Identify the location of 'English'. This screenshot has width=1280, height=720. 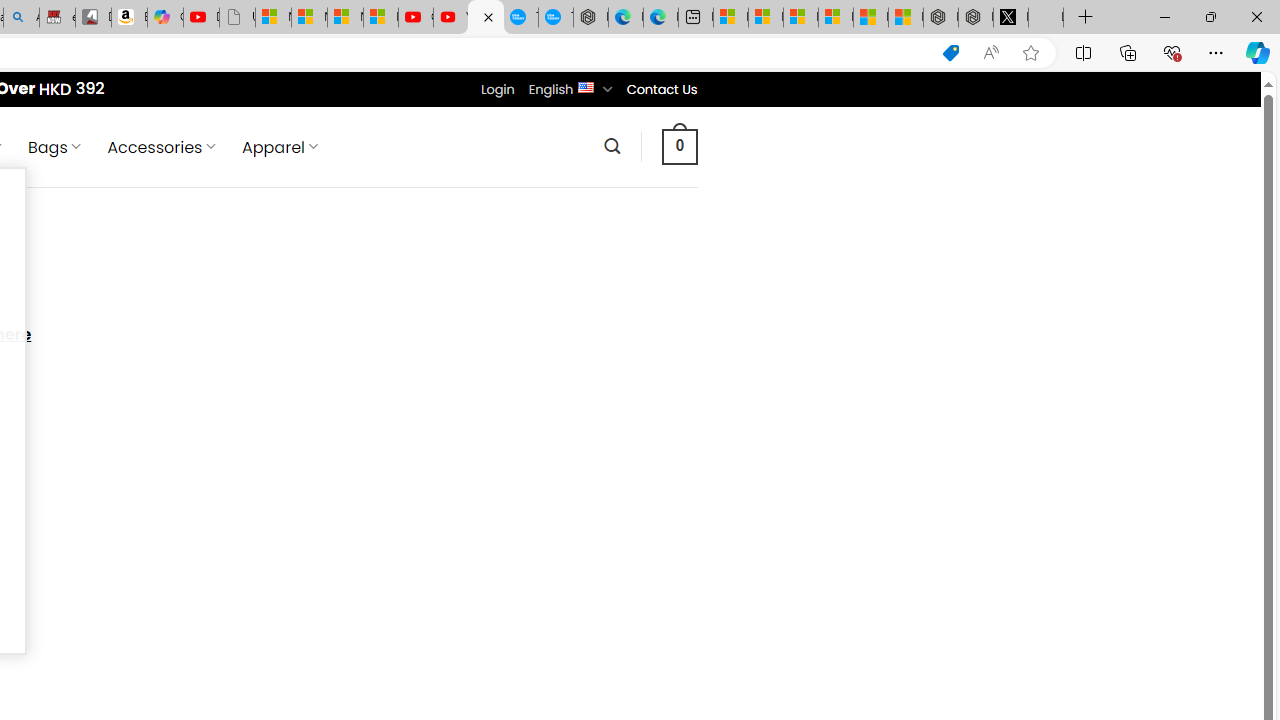
(585, 85).